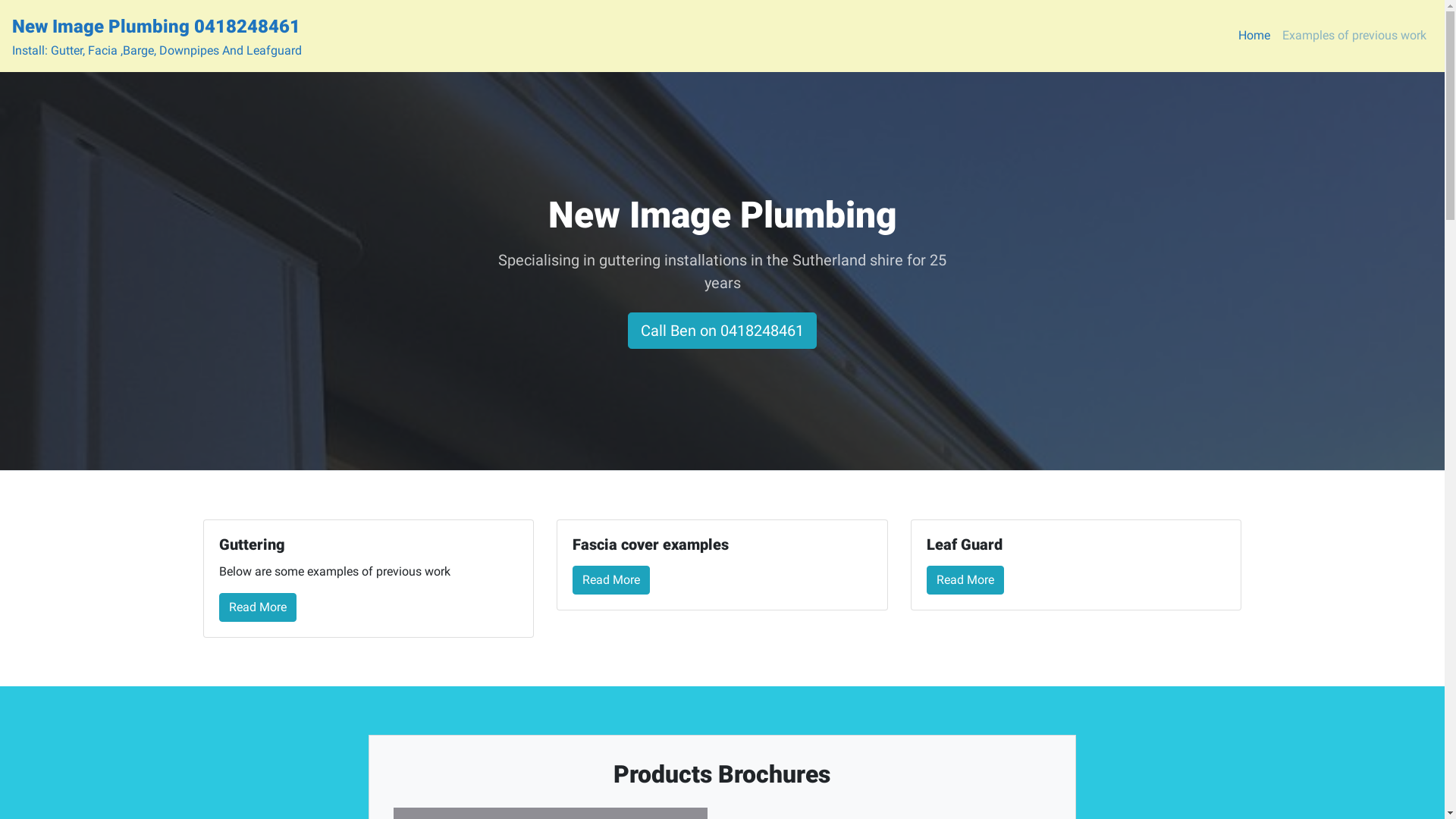 This screenshot has height=819, width=1456. What do you see at coordinates (964, 579) in the screenshot?
I see `'Read More'` at bounding box center [964, 579].